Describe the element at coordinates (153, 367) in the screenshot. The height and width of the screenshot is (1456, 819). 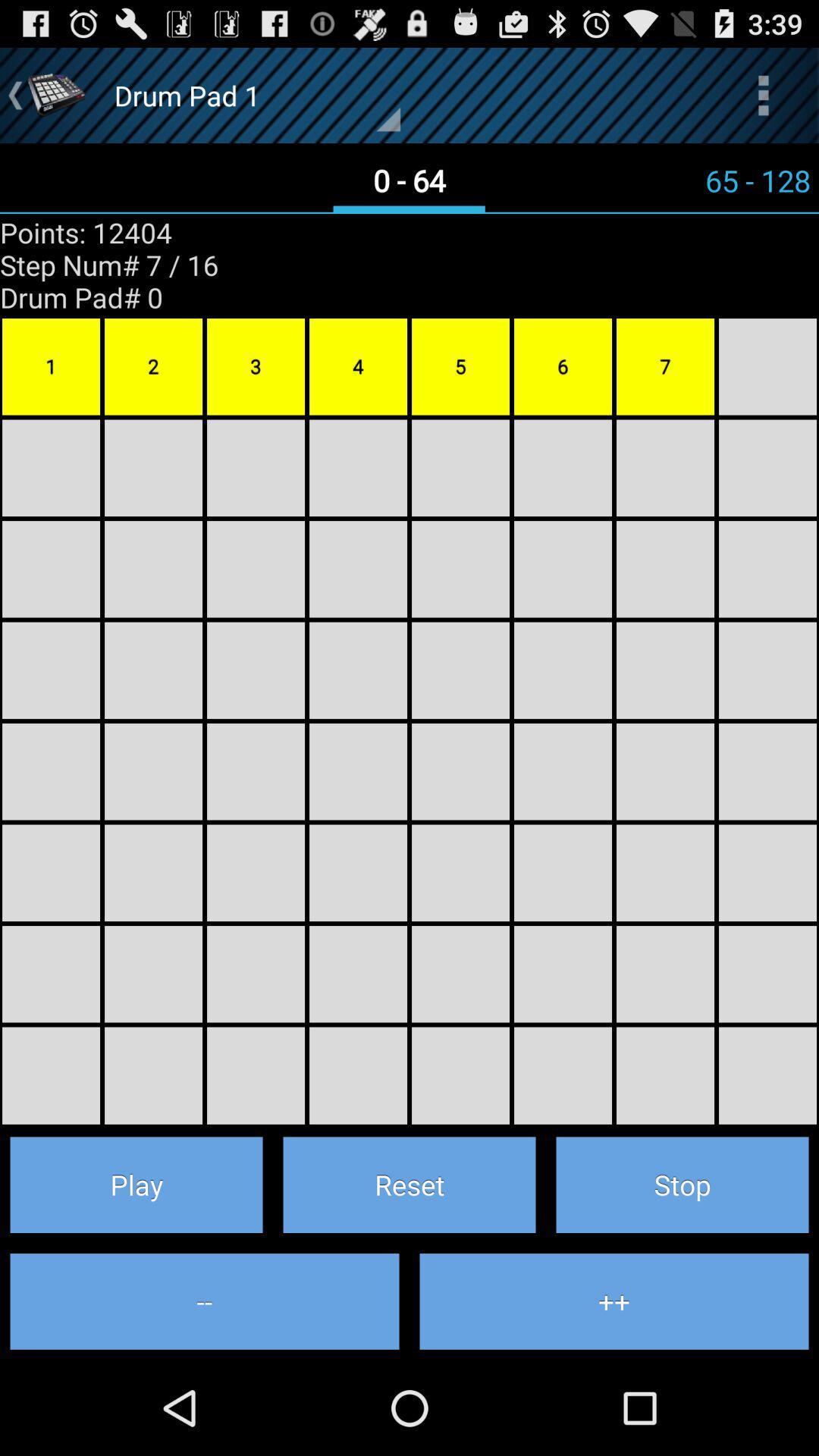
I see `yellow box with text 2` at that location.